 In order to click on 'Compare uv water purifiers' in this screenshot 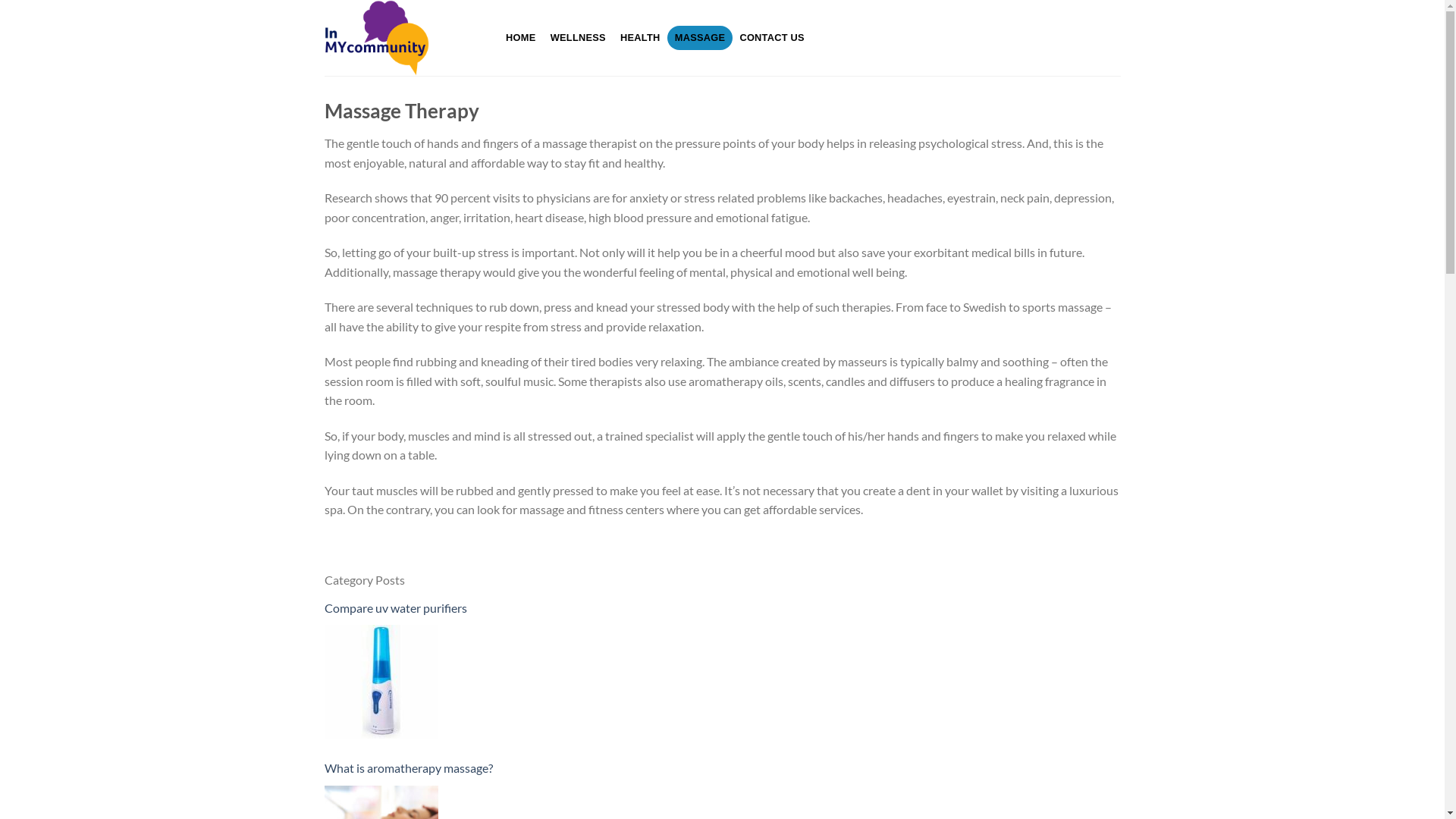, I will do `click(381, 680)`.